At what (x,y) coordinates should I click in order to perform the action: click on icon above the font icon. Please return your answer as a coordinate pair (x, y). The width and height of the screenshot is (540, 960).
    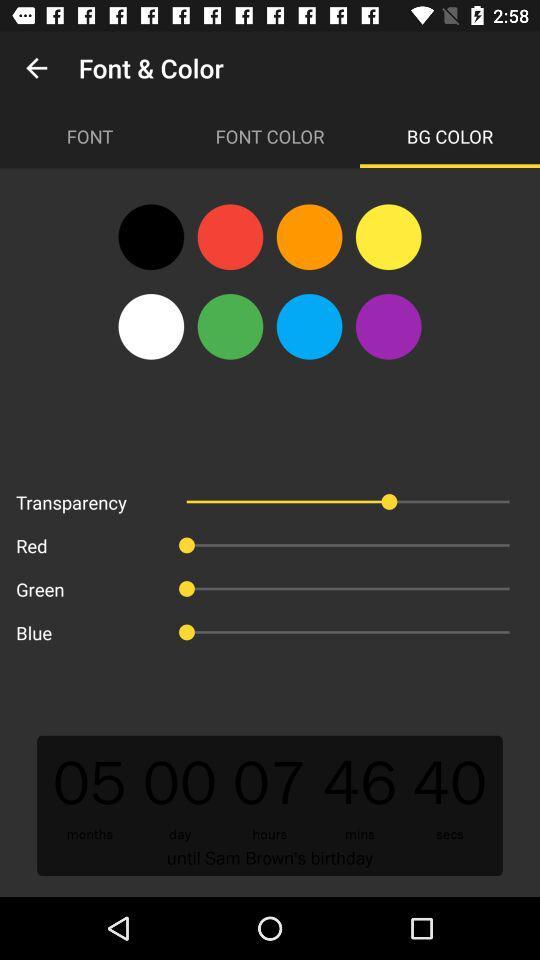
    Looking at the image, I should click on (36, 68).